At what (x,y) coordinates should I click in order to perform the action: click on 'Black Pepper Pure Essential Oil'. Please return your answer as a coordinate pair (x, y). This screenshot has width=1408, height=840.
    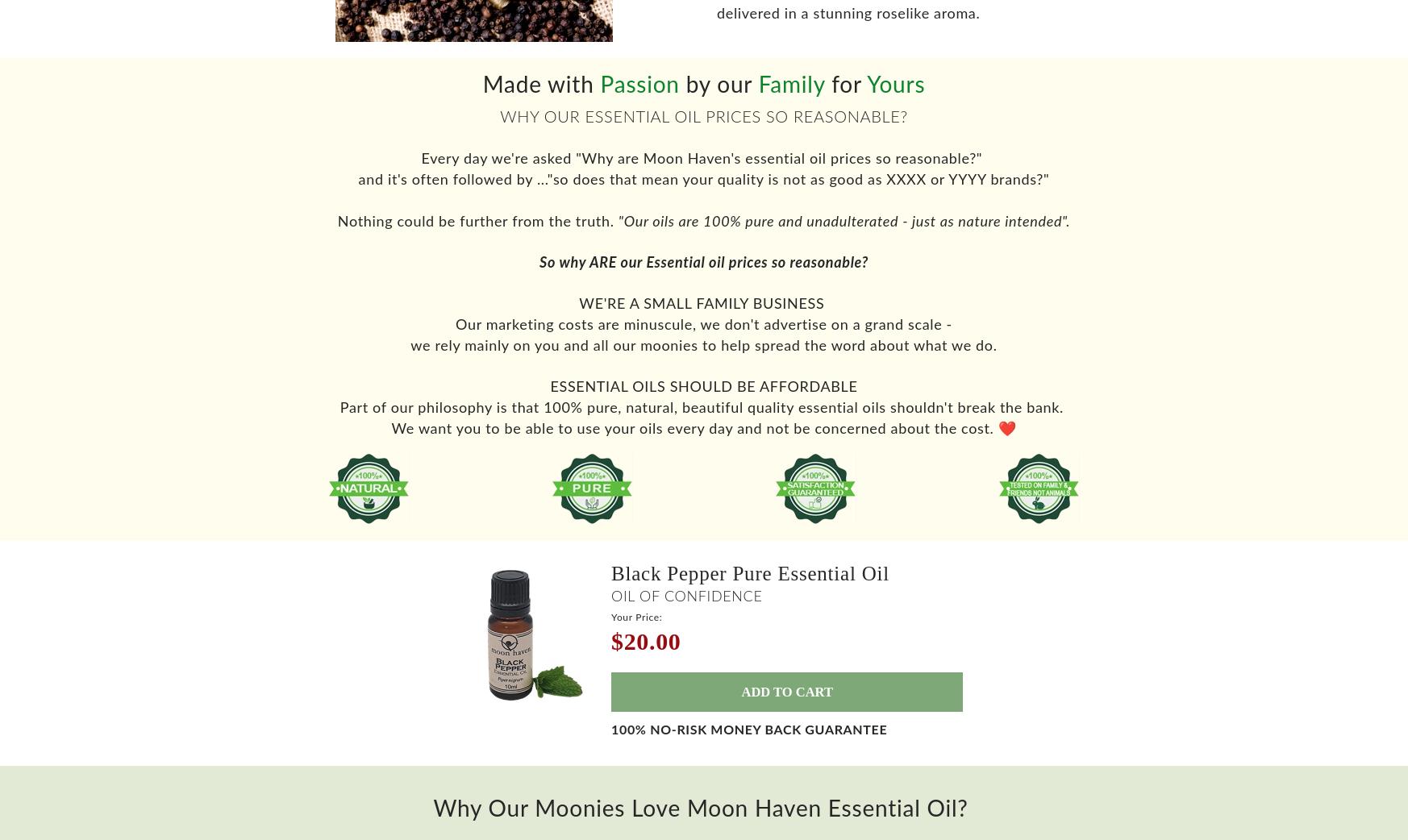
    Looking at the image, I should click on (749, 580).